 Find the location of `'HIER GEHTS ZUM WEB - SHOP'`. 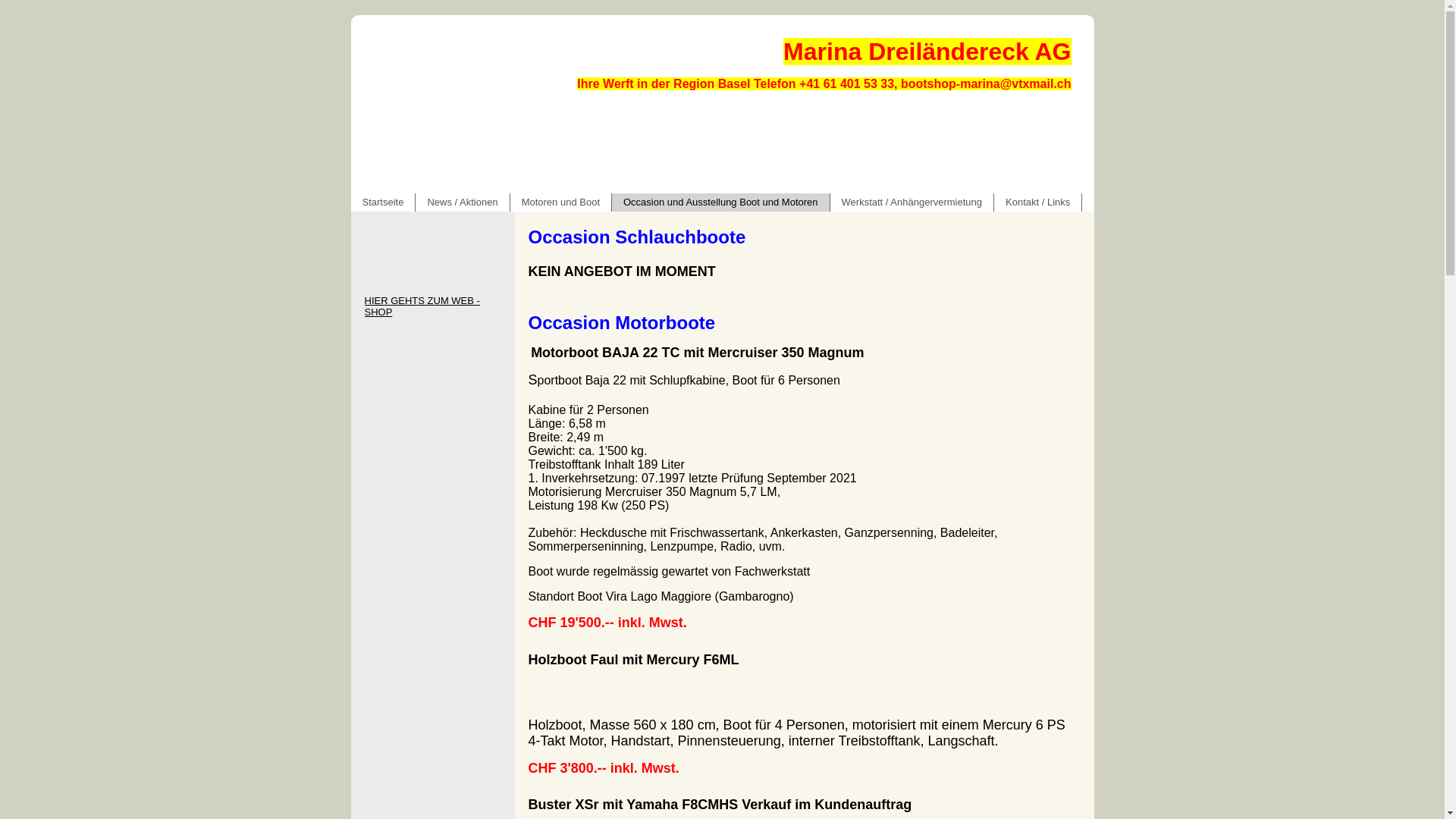

'HIER GEHTS ZUM WEB - SHOP' is located at coordinates (431, 306).